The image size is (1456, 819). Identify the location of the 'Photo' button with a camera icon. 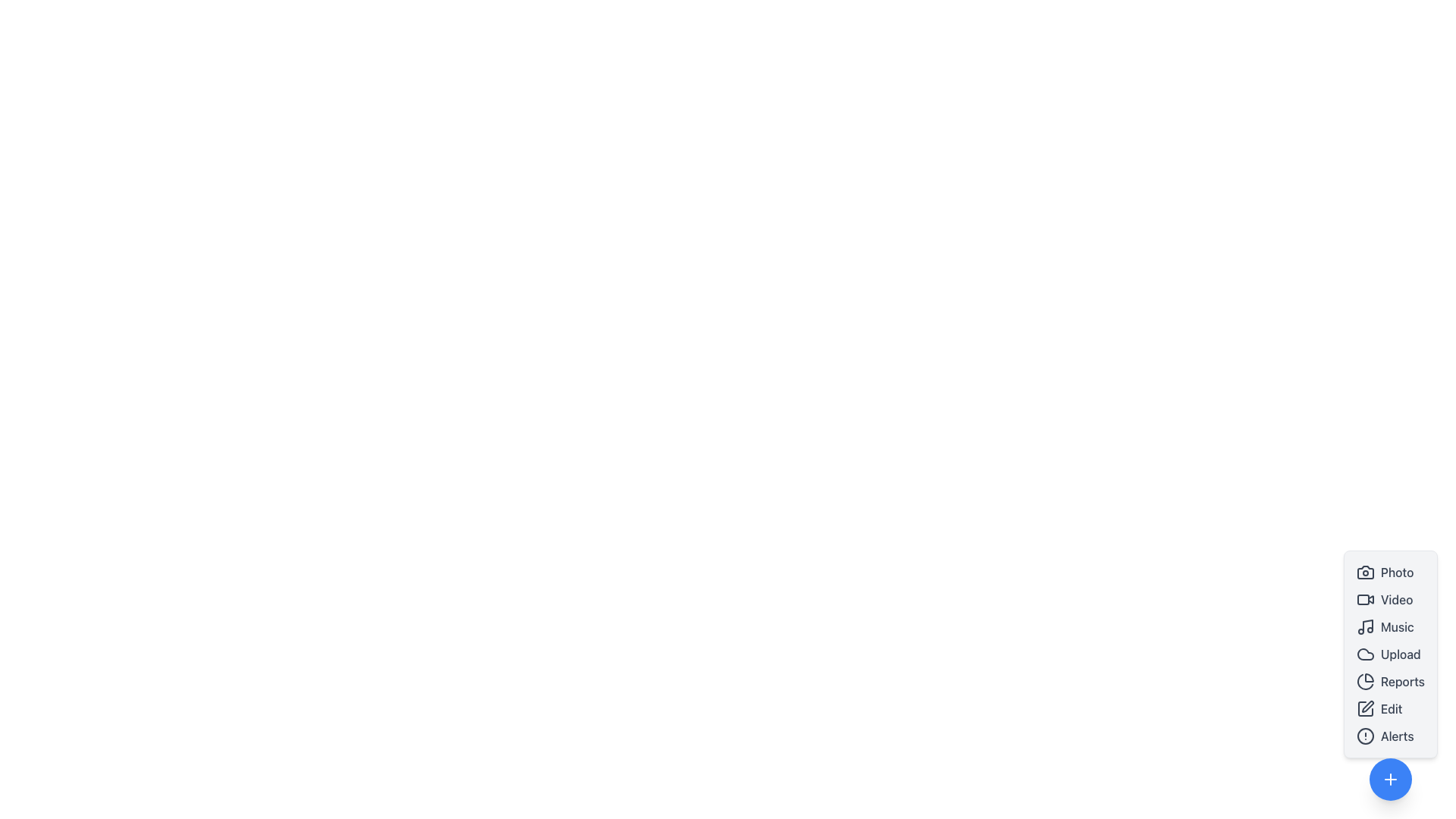
(1385, 573).